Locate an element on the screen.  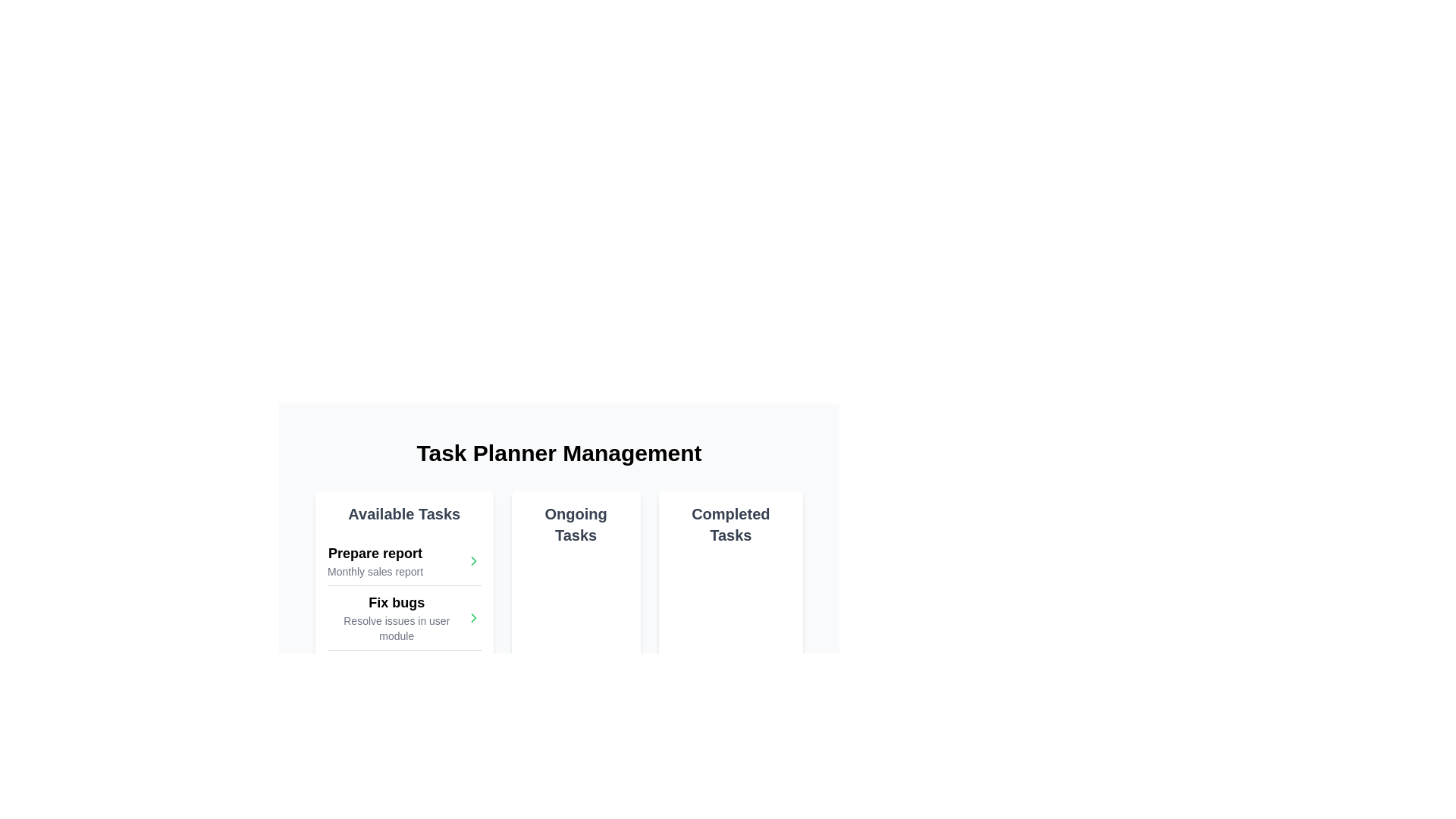
the task item displaying 'Prepare report' and its description 'Monthly sales report' in the 'Available Tasks' section is located at coordinates (375, 561).